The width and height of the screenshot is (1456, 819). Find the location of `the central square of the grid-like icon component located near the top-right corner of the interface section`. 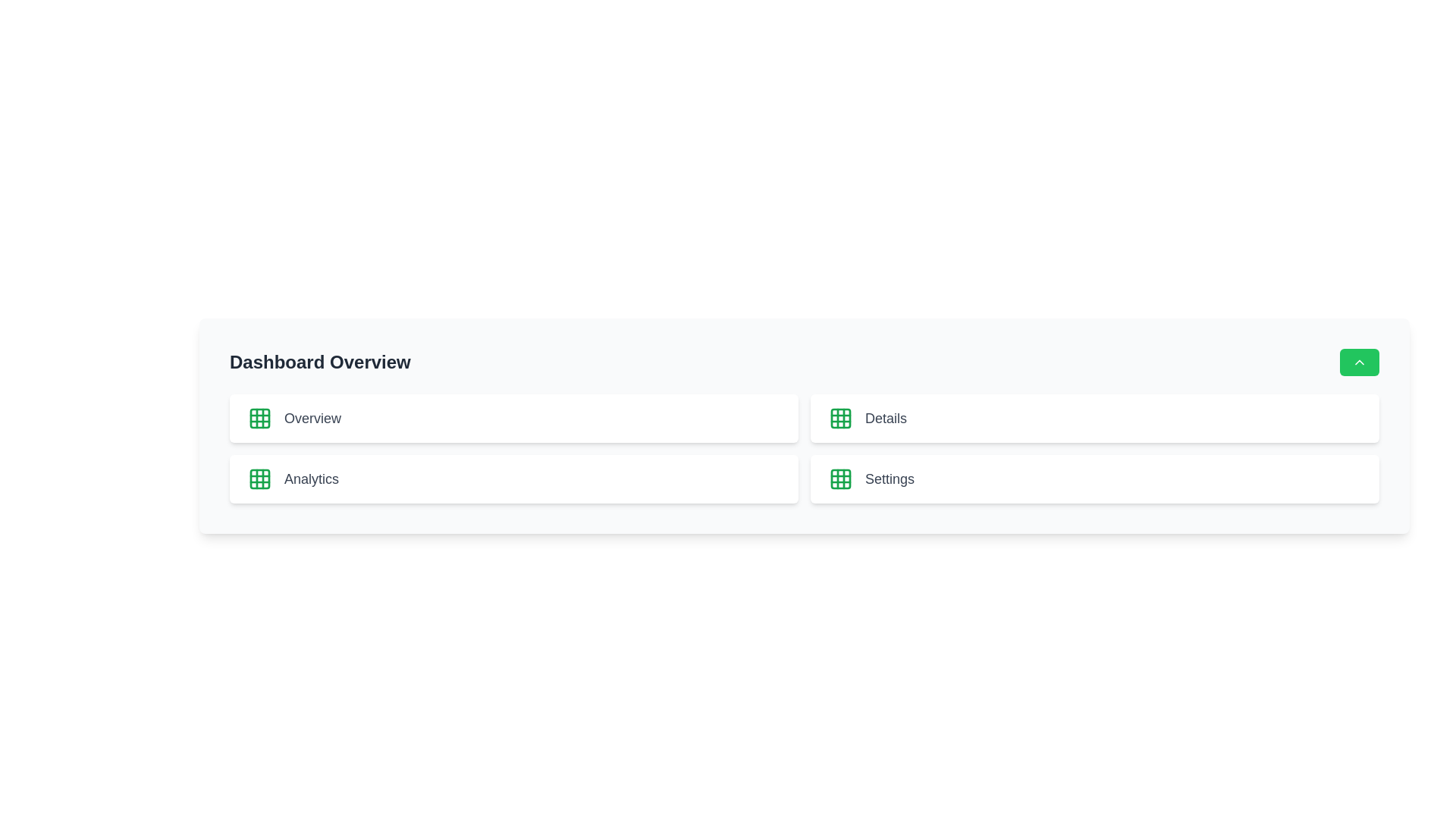

the central square of the grid-like icon component located near the top-right corner of the interface section is located at coordinates (839, 418).